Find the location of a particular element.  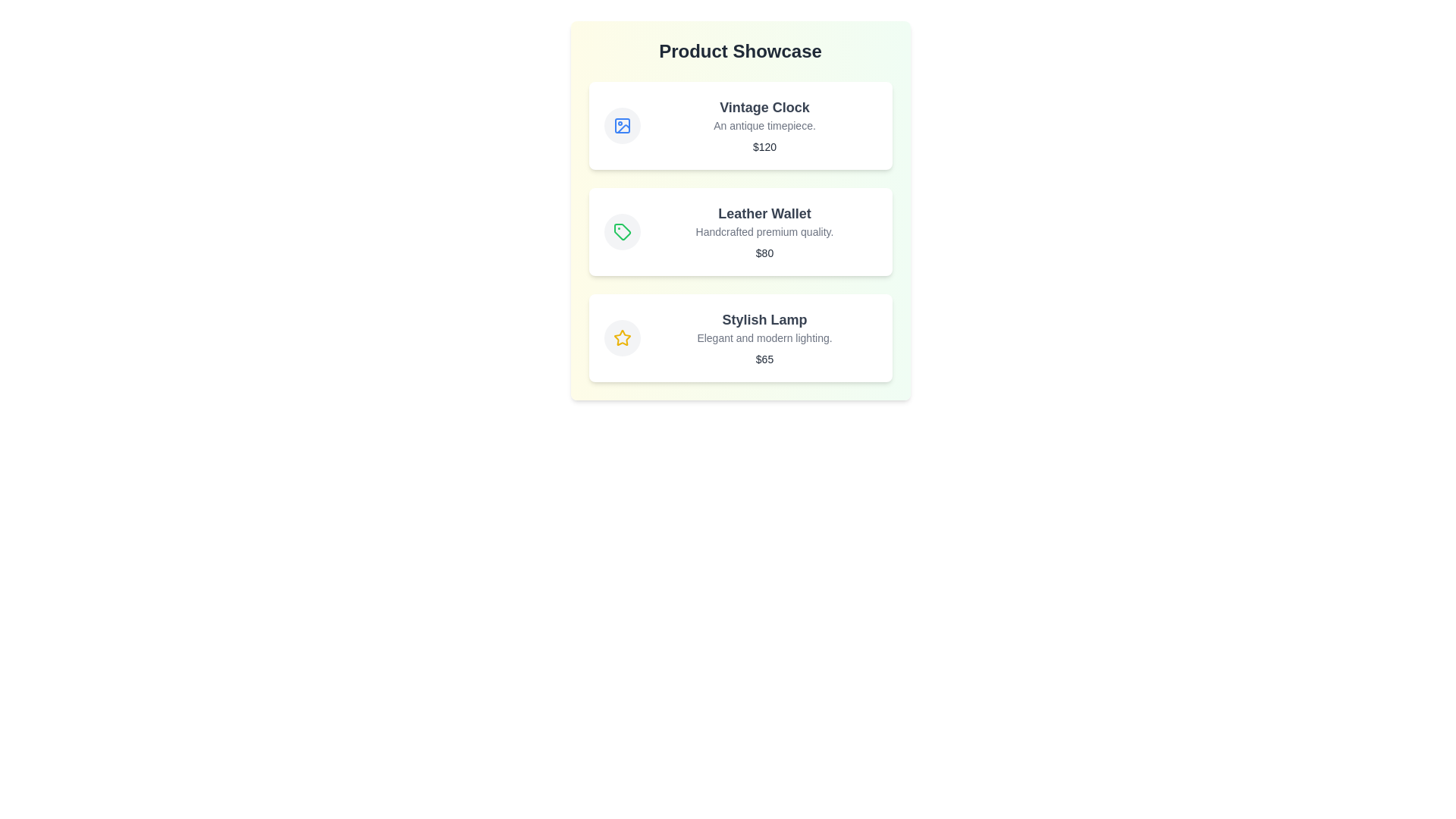

the product card corresponding to Stylish Lamp is located at coordinates (740, 337).